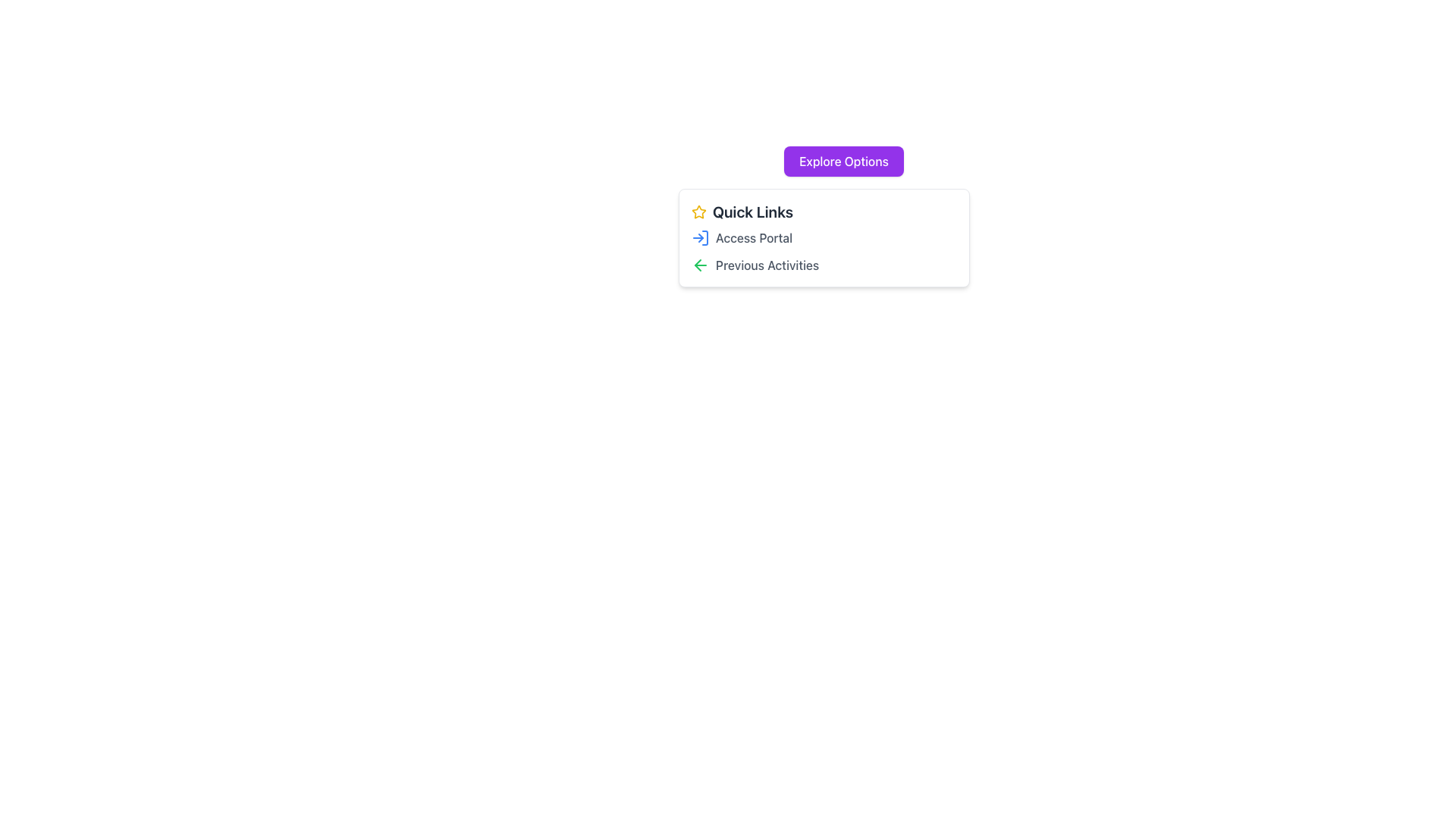  What do you see at coordinates (843, 161) in the screenshot?
I see `the button labeled 'Explore Options' with white text on a purple background to observe its interactive visual effects` at bounding box center [843, 161].